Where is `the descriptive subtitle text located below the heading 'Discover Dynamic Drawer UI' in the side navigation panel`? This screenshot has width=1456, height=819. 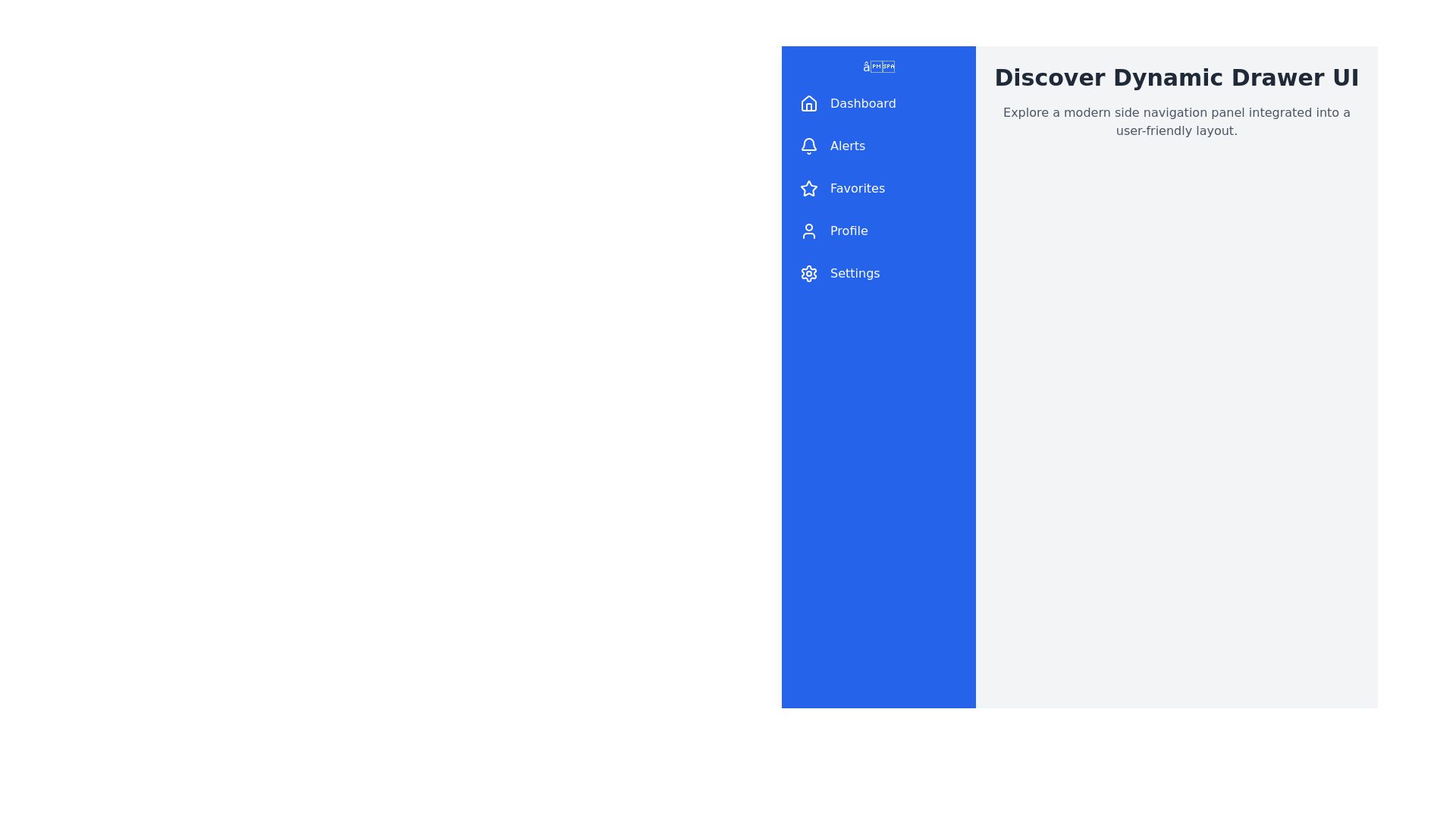
the descriptive subtitle text located below the heading 'Discover Dynamic Drawer UI' in the side navigation panel is located at coordinates (1175, 121).